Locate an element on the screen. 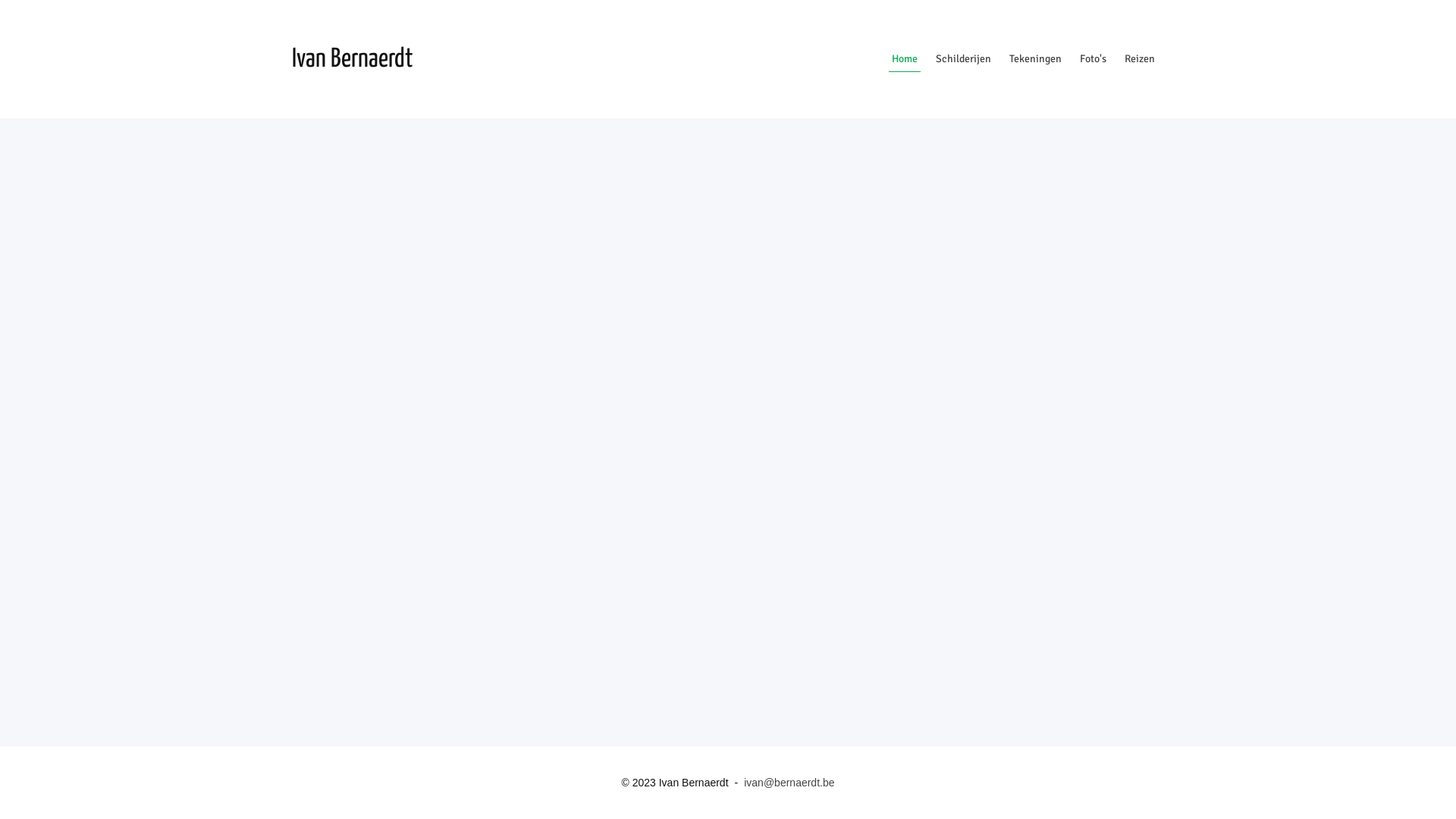 Image resolution: width=1456 pixels, height=819 pixels. 'Foto's' is located at coordinates (1093, 58).